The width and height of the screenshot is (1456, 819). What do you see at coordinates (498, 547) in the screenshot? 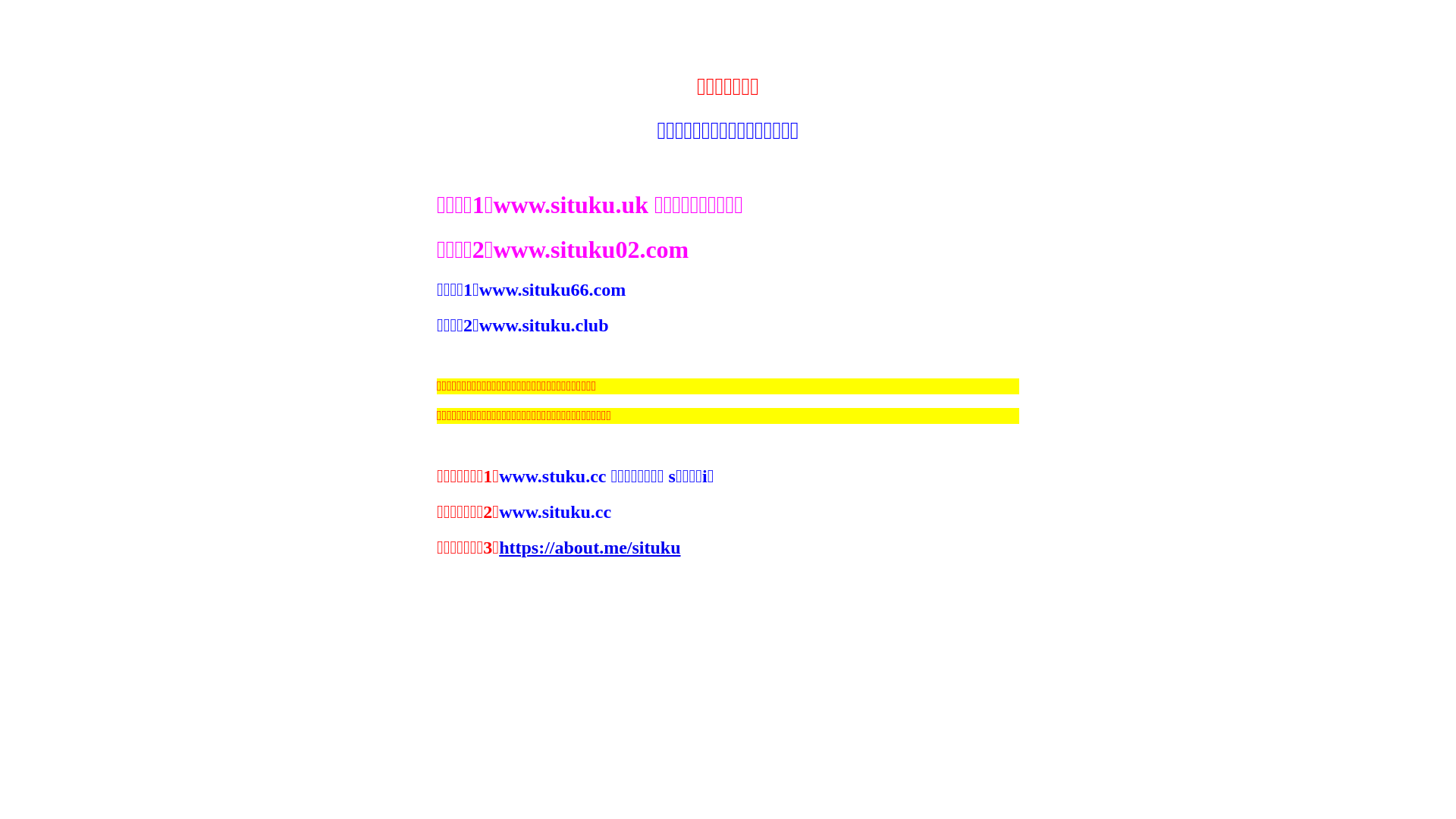
I see `'https://about.me/situku'` at bounding box center [498, 547].